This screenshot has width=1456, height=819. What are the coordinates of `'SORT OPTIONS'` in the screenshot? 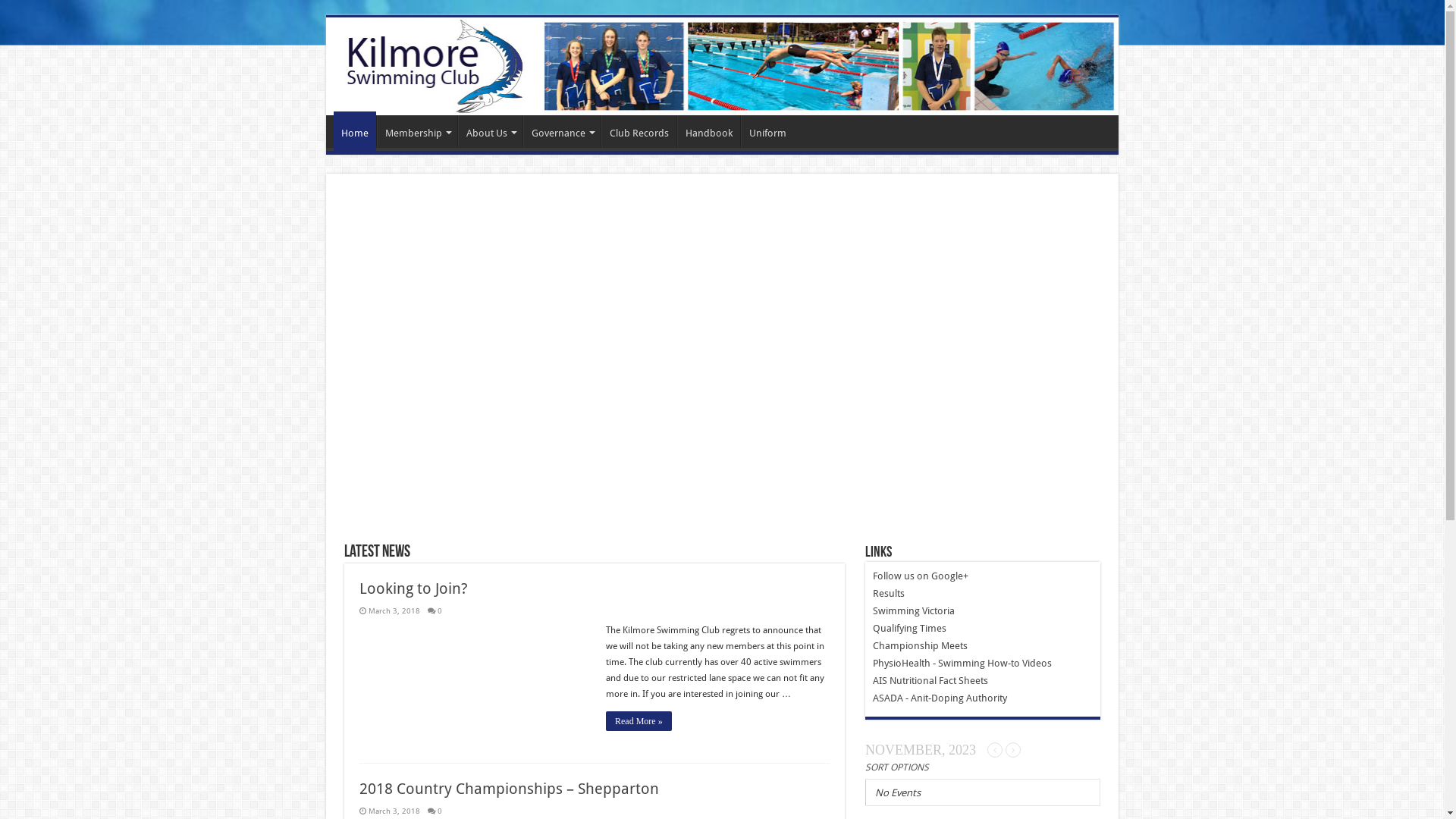 It's located at (896, 766).